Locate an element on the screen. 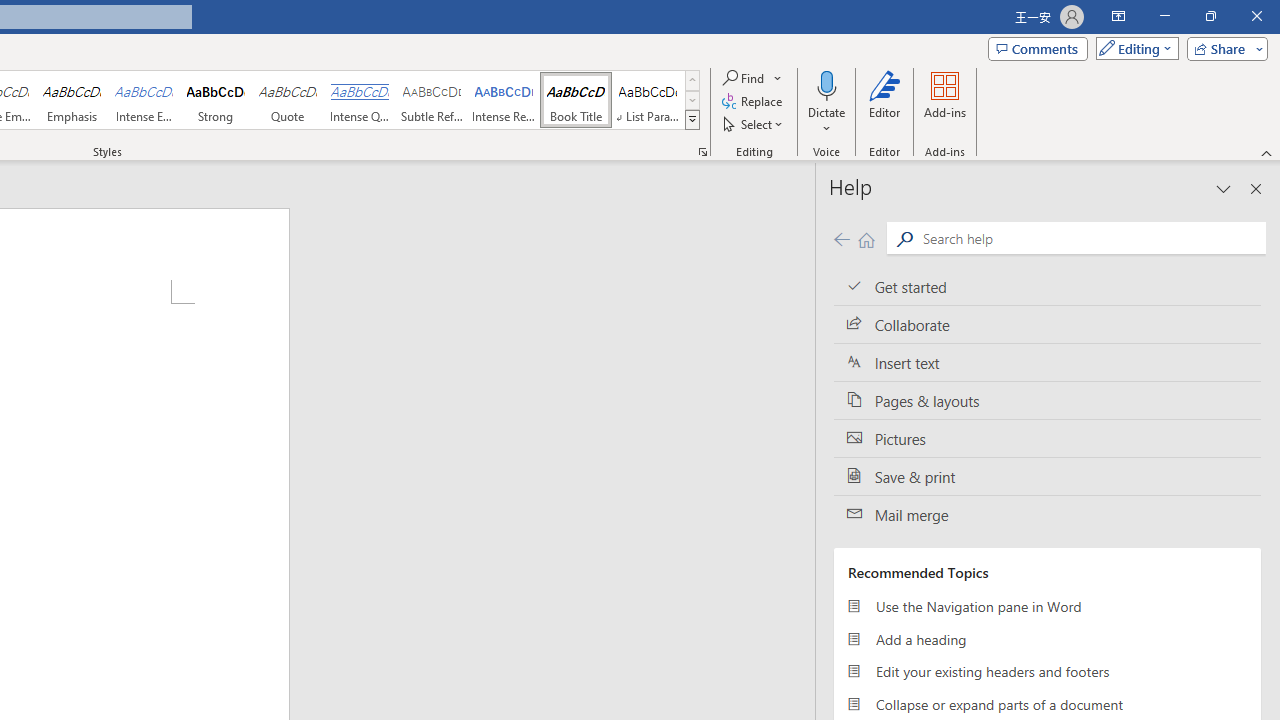  'Dictate' is located at coordinates (826, 103).